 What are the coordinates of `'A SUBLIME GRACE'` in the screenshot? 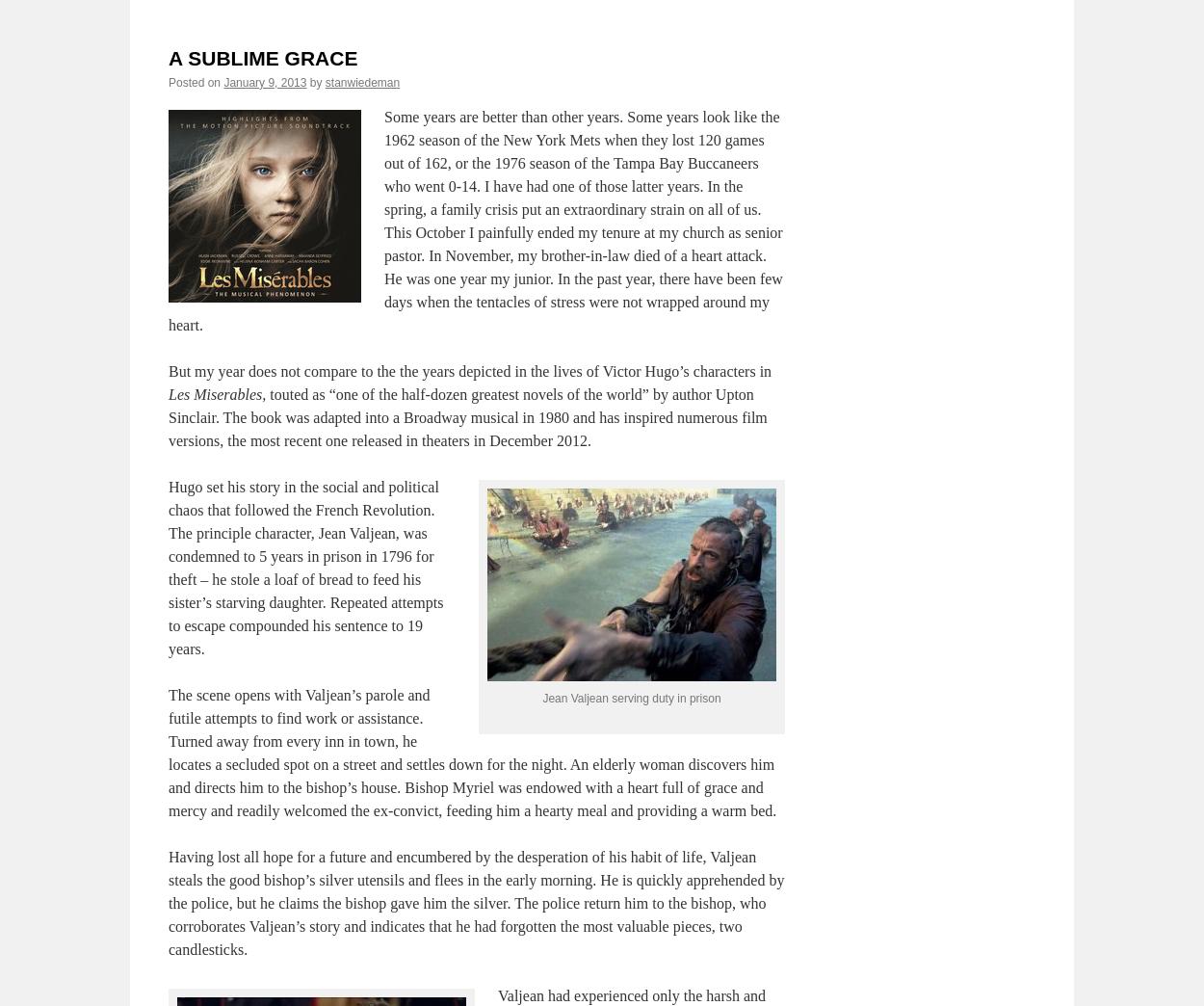 It's located at (263, 56).